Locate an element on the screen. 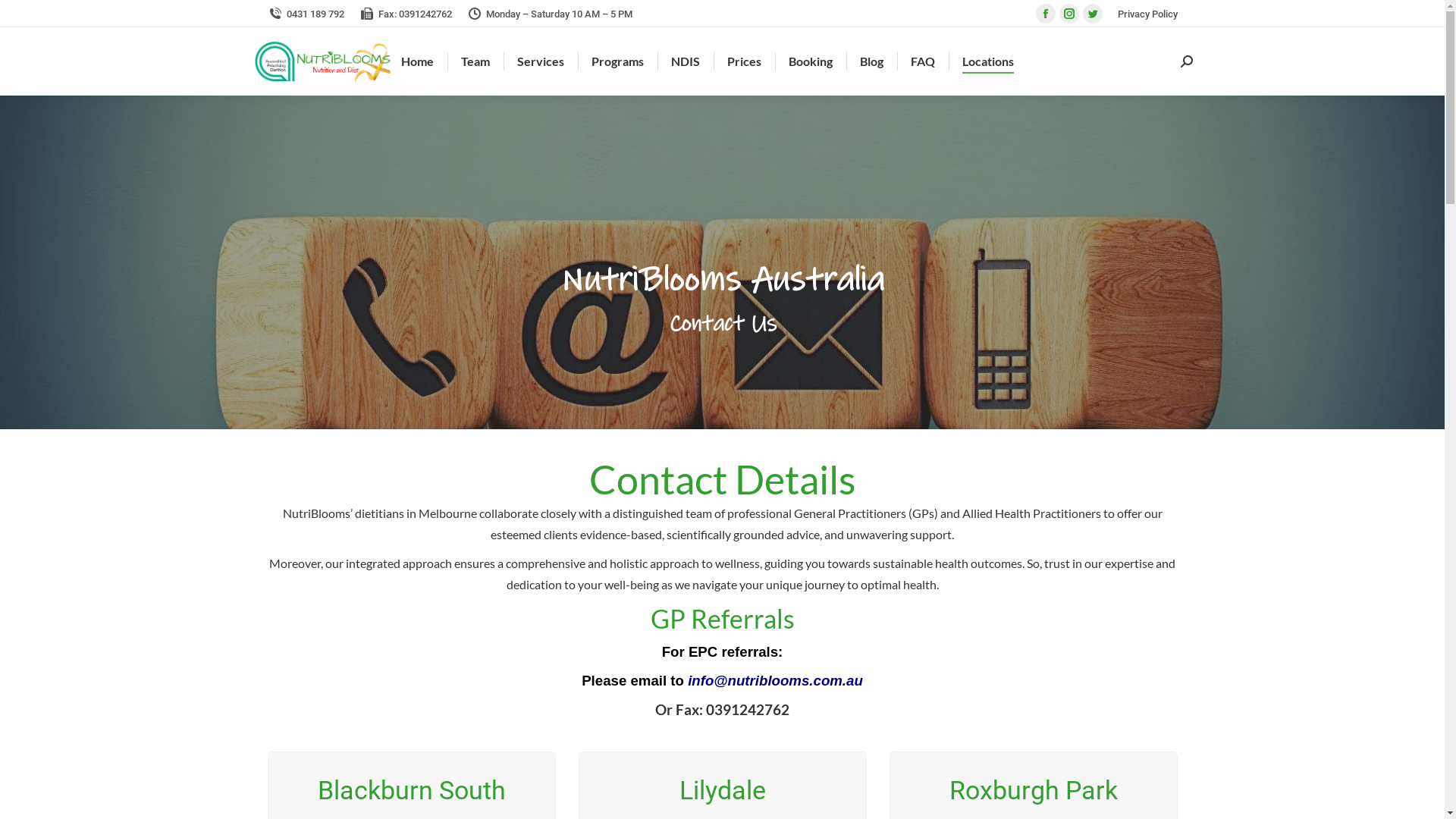 The image size is (1456, 819). 'Go!' is located at coordinates (25, 17).